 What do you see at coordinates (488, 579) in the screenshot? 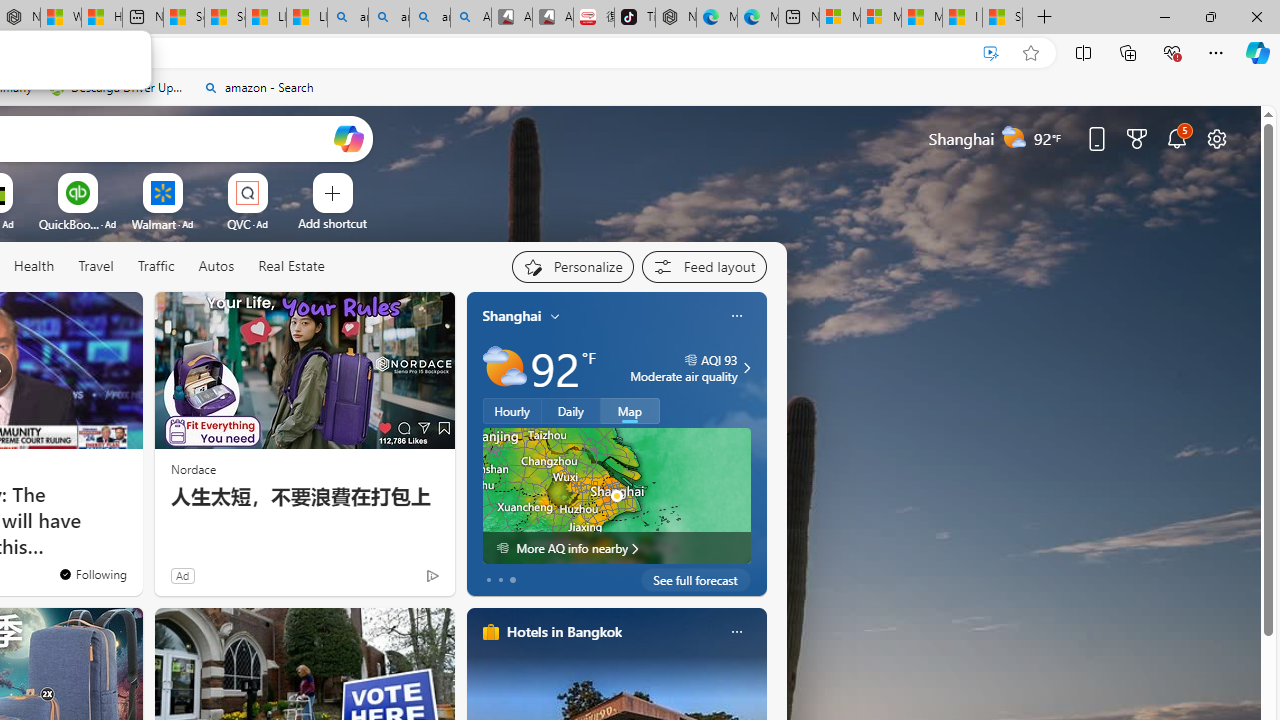
I see `'tab-0'` at bounding box center [488, 579].